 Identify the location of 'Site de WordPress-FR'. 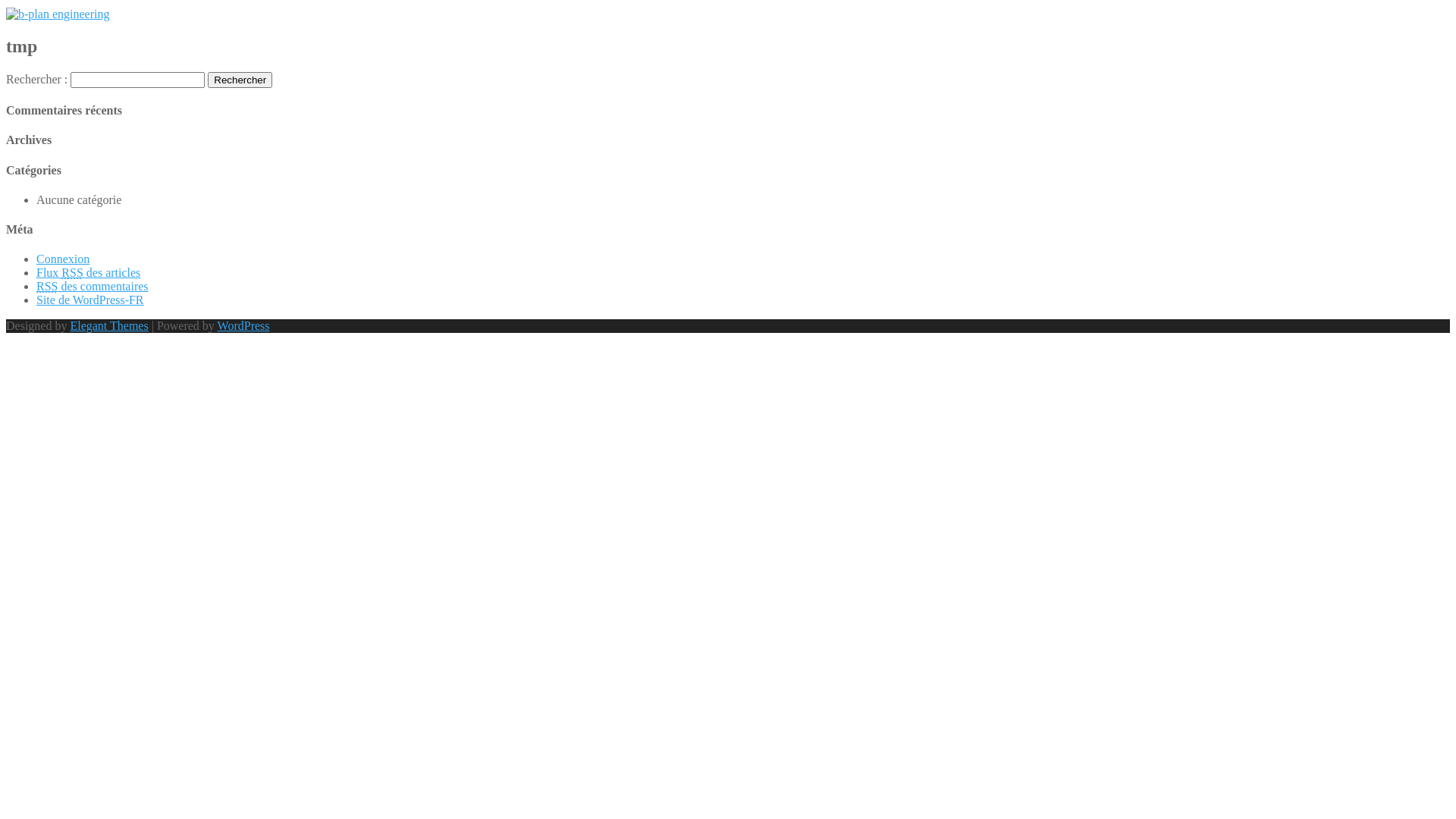
(89, 300).